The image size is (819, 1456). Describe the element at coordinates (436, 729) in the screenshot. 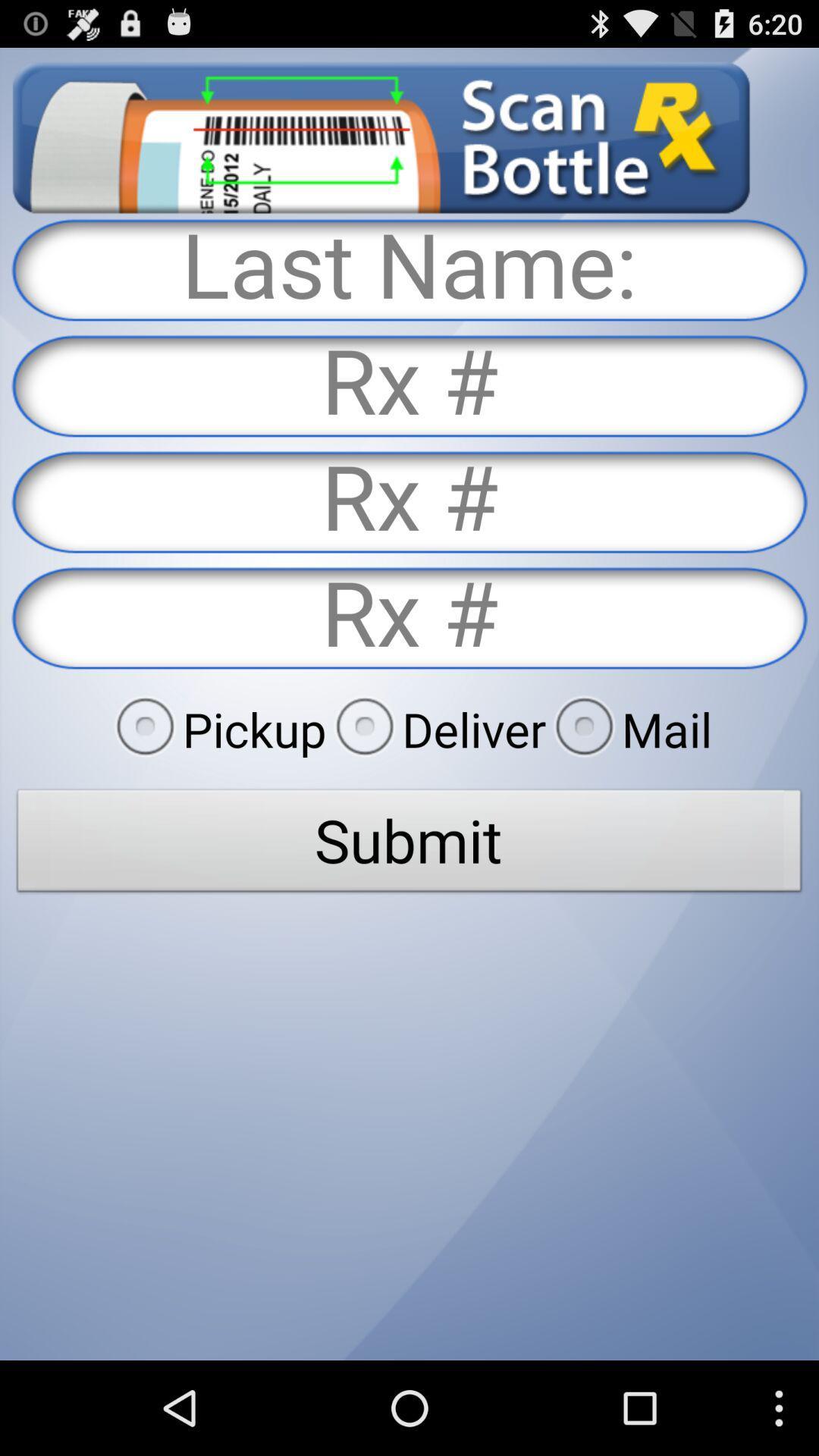

I see `deliver radio button` at that location.